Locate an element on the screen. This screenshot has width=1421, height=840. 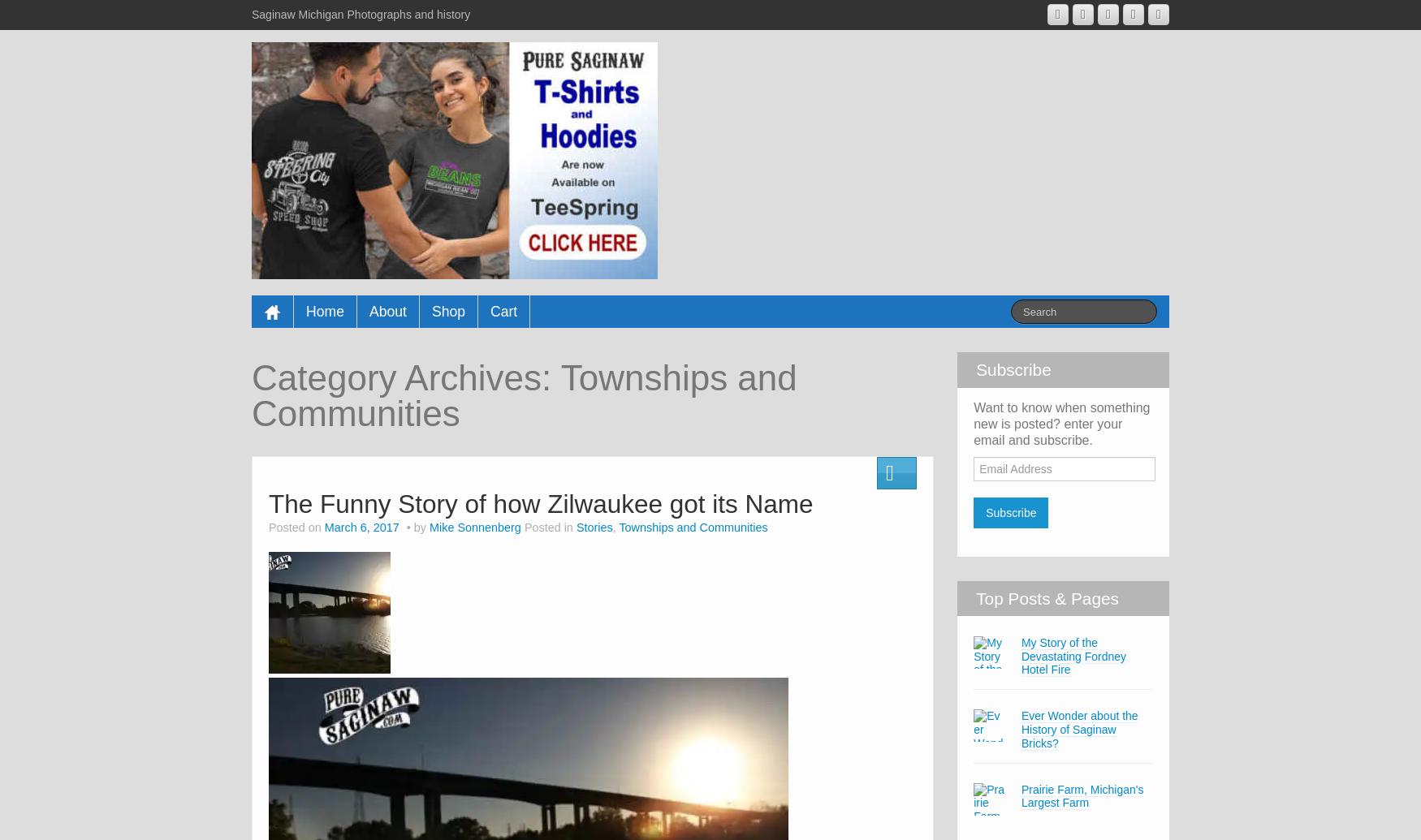
'Prairie Farm, Michigan's Largest Farm' is located at coordinates (1082, 795).